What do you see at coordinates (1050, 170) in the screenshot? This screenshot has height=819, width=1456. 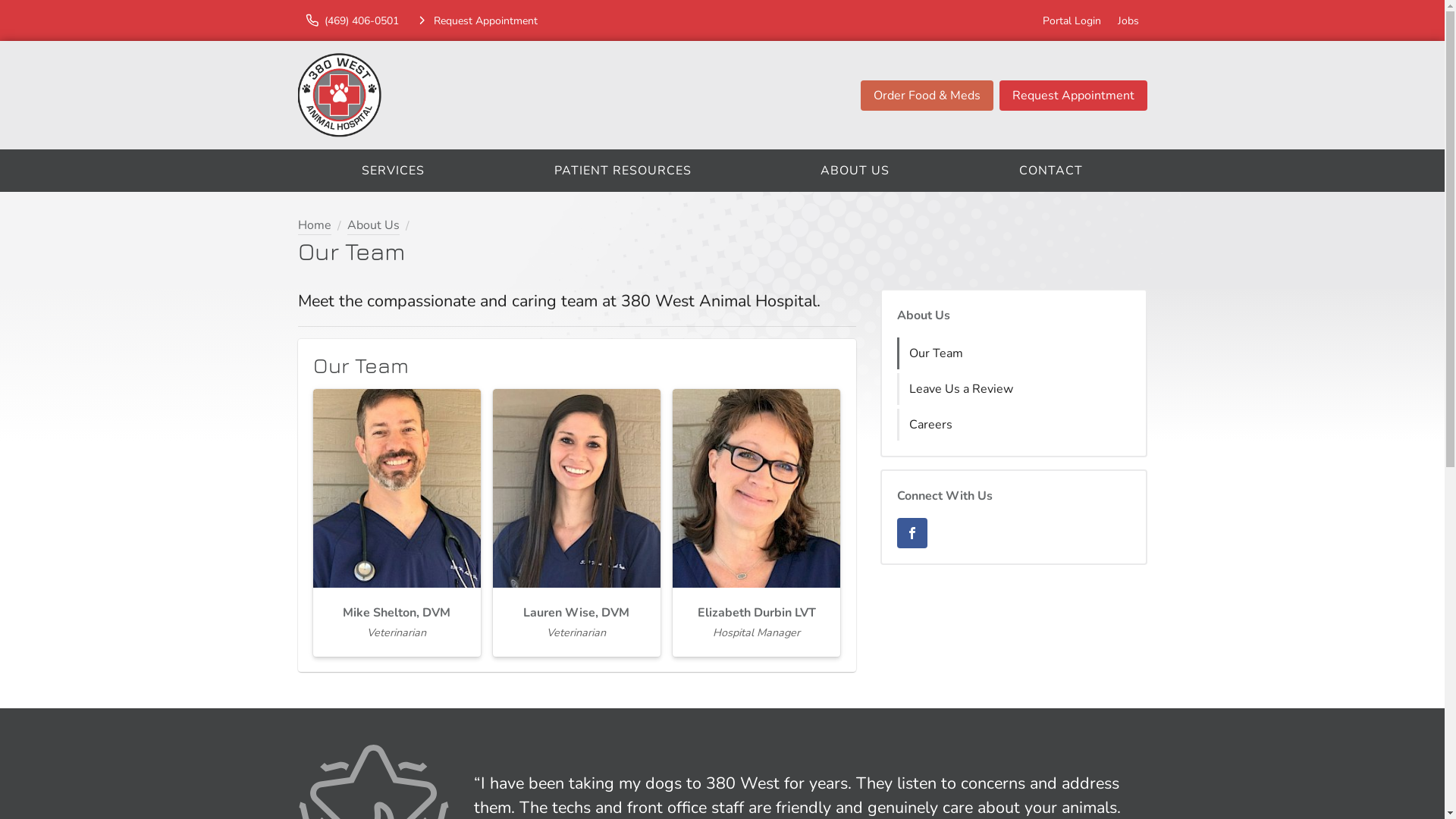 I see `'CONTACT'` at bounding box center [1050, 170].